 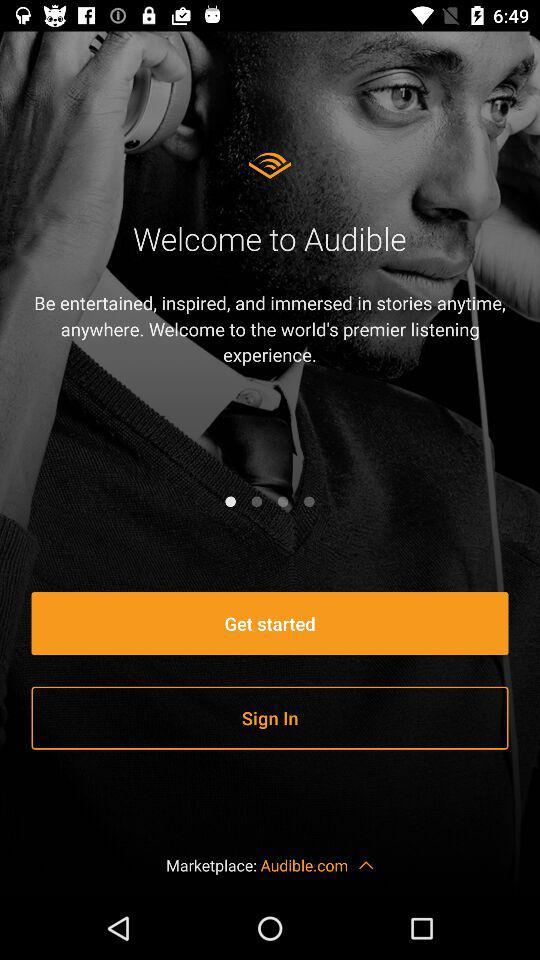 I want to click on next page, so click(x=256, y=500).